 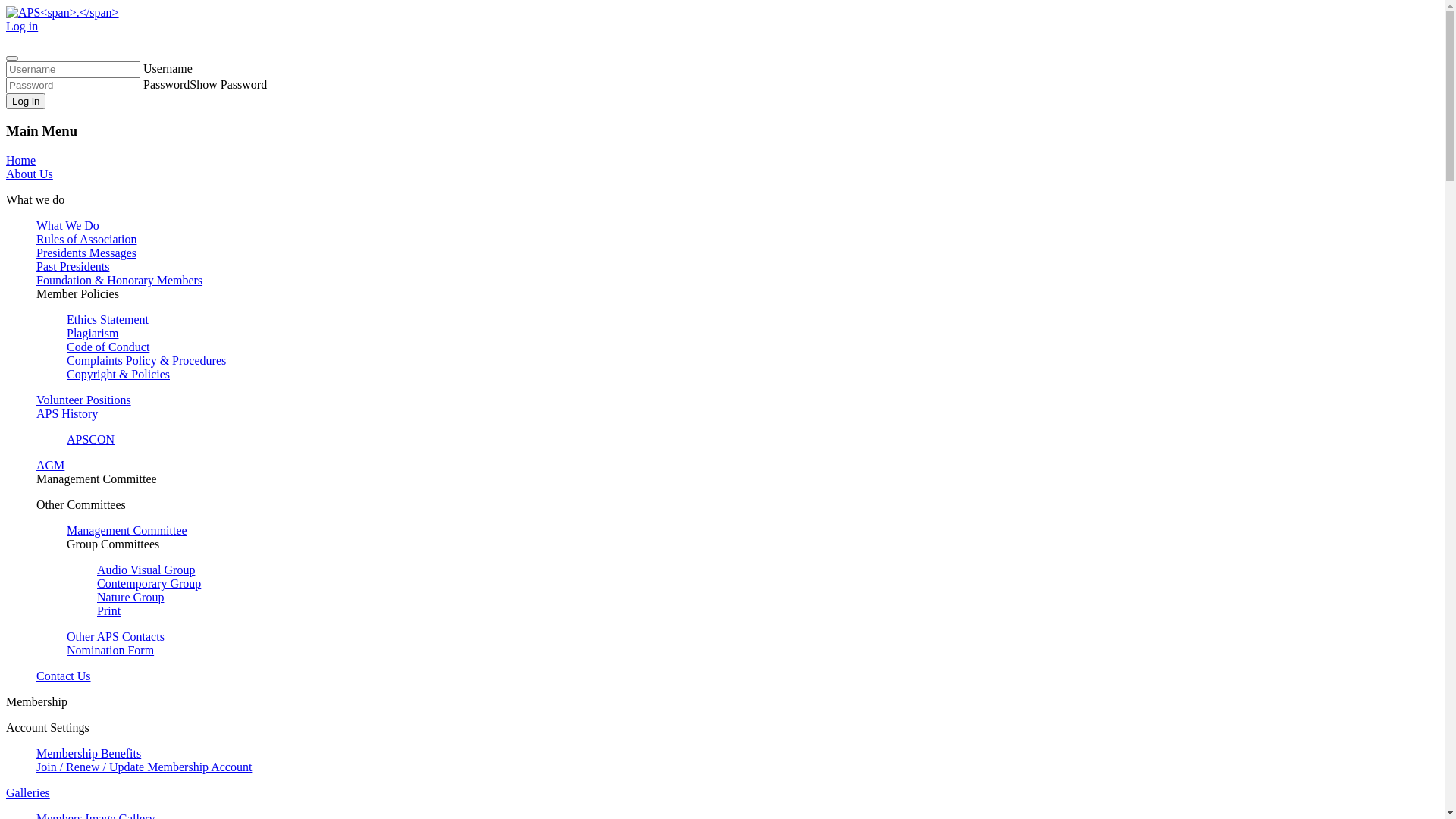 What do you see at coordinates (50, 464) in the screenshot?
I see `'AGM'` at bounding box center [50, 464].